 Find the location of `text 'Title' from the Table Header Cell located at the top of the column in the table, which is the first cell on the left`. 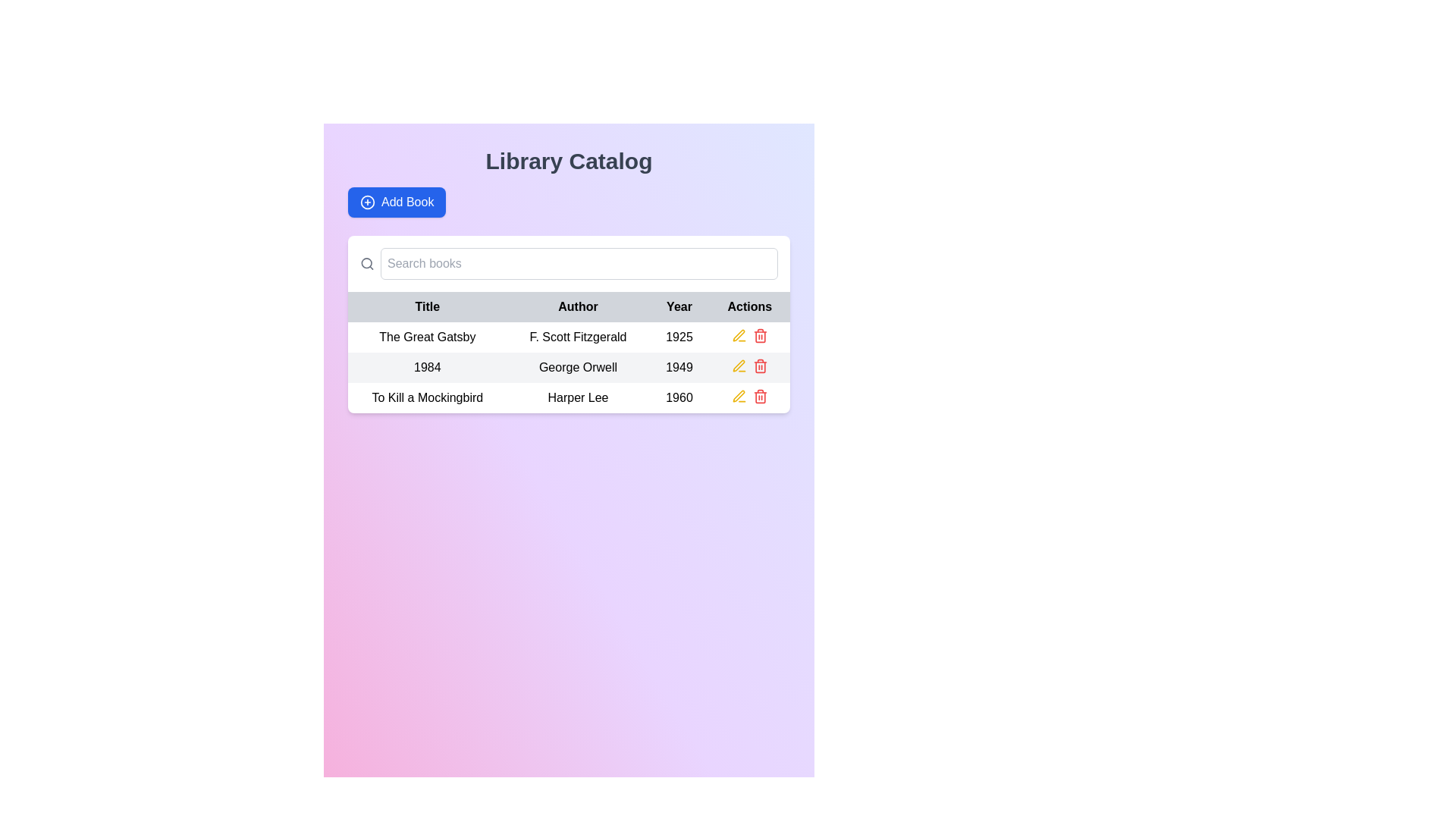

text 'Title' from the Table Header Cell located at the top of the column in the table, which is the first cell on the left is located at coordinates (426, 307).